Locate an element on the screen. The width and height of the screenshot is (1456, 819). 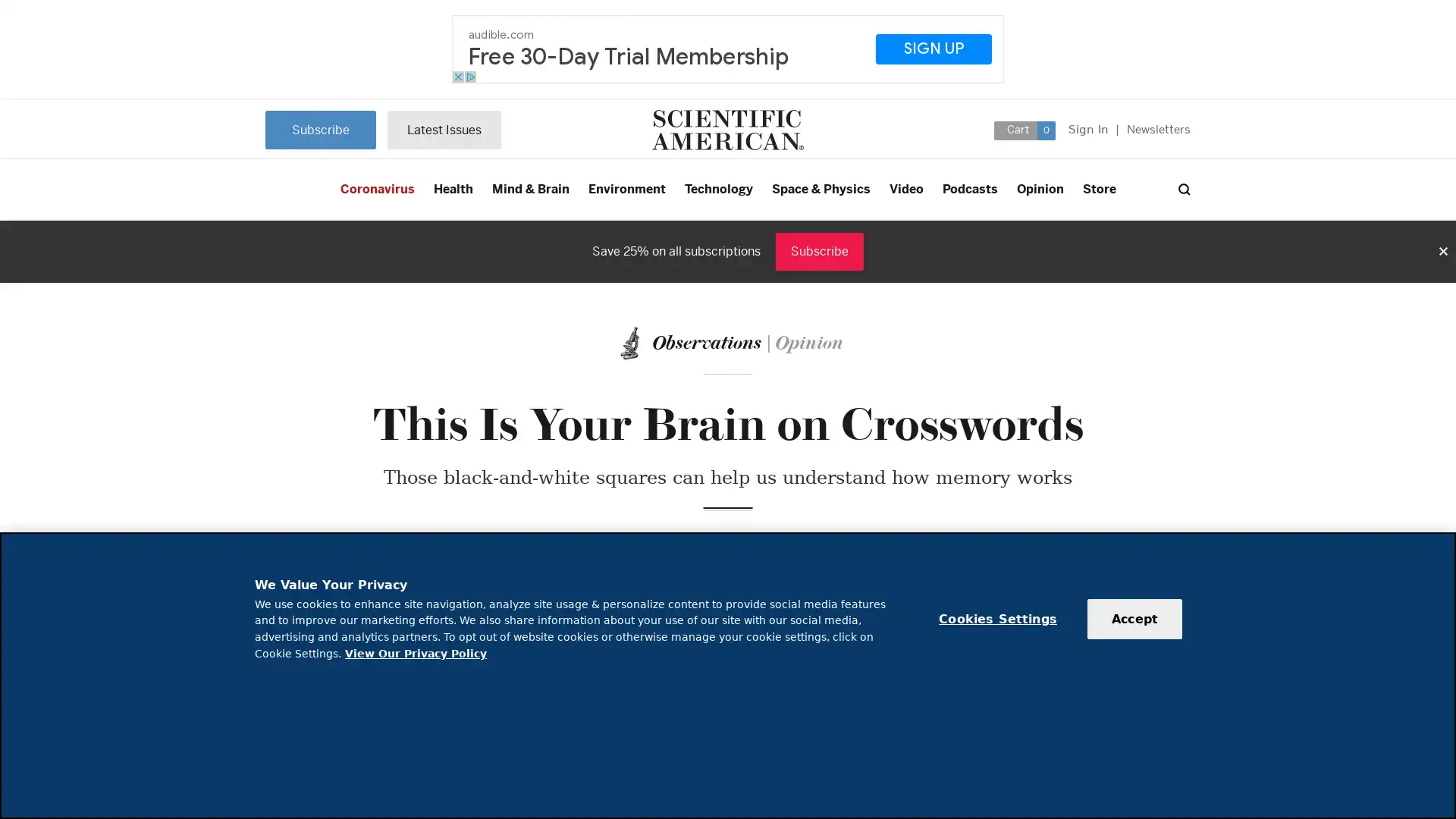
Subscribe is located at coordinates (818, 250).